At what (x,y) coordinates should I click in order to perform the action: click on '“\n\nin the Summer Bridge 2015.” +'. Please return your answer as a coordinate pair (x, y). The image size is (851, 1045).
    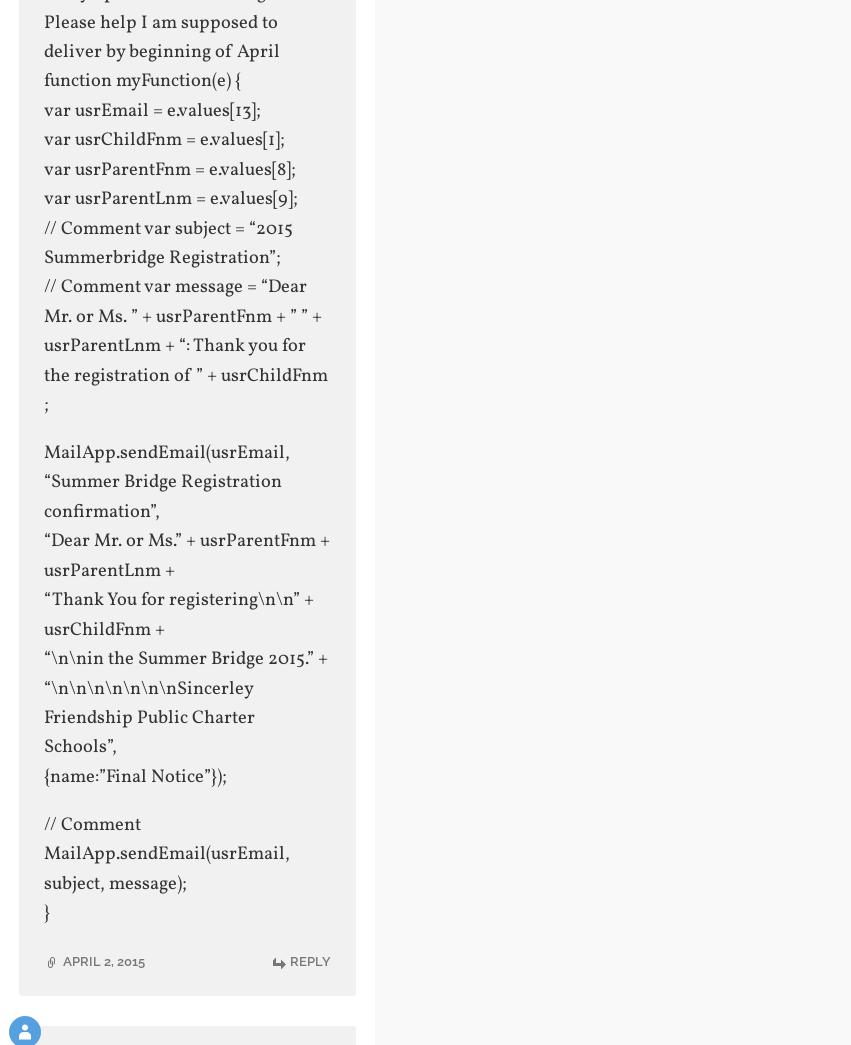
    Looking at the image, I should click on (184, 658).